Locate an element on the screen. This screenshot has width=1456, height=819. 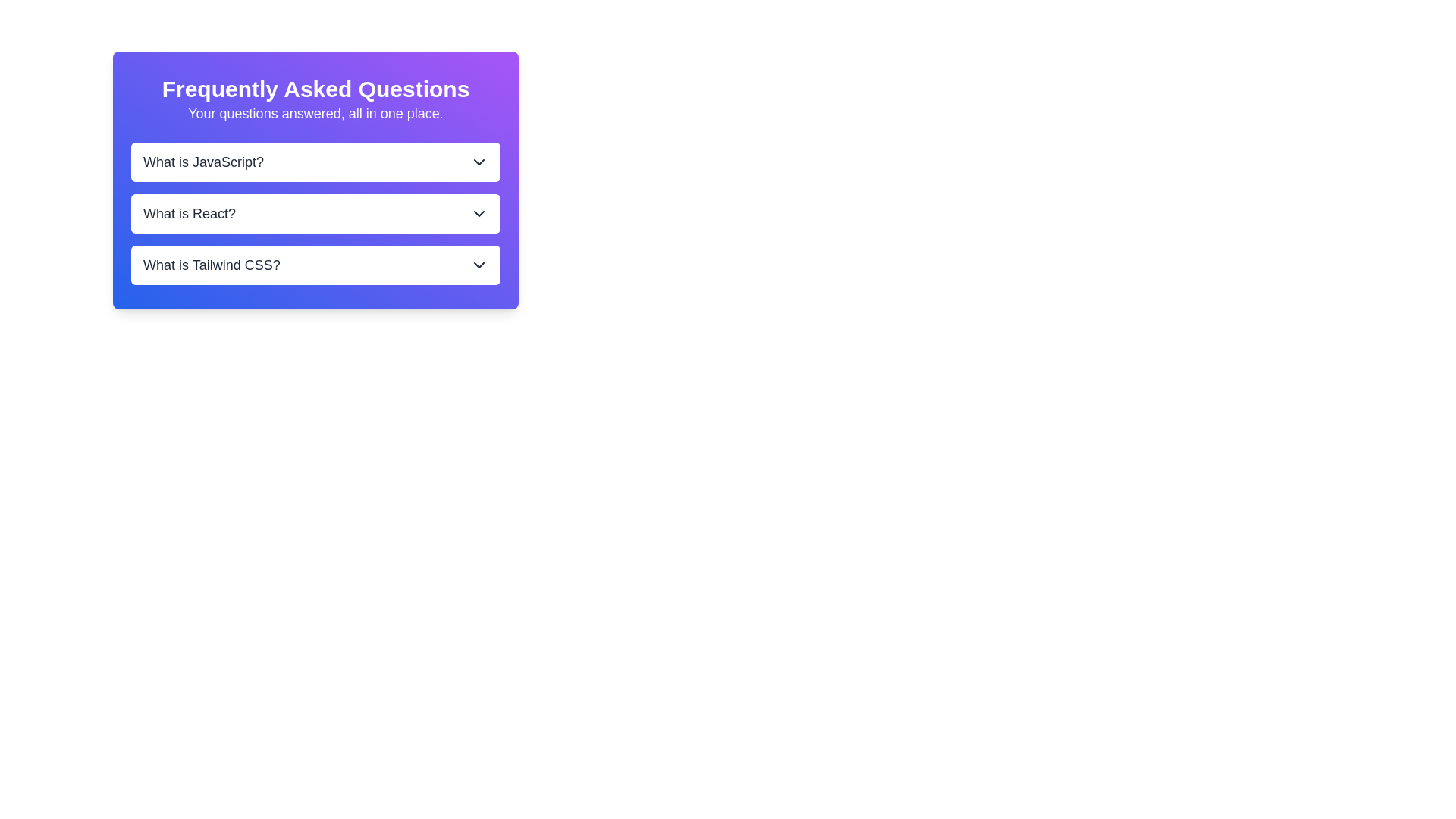
text from the 'Frequently Asked Questions' text block, which features a large bold title and a smaller subtitle, centrally aligned within a gradient rectangular area is located at coordinates (315, 99).